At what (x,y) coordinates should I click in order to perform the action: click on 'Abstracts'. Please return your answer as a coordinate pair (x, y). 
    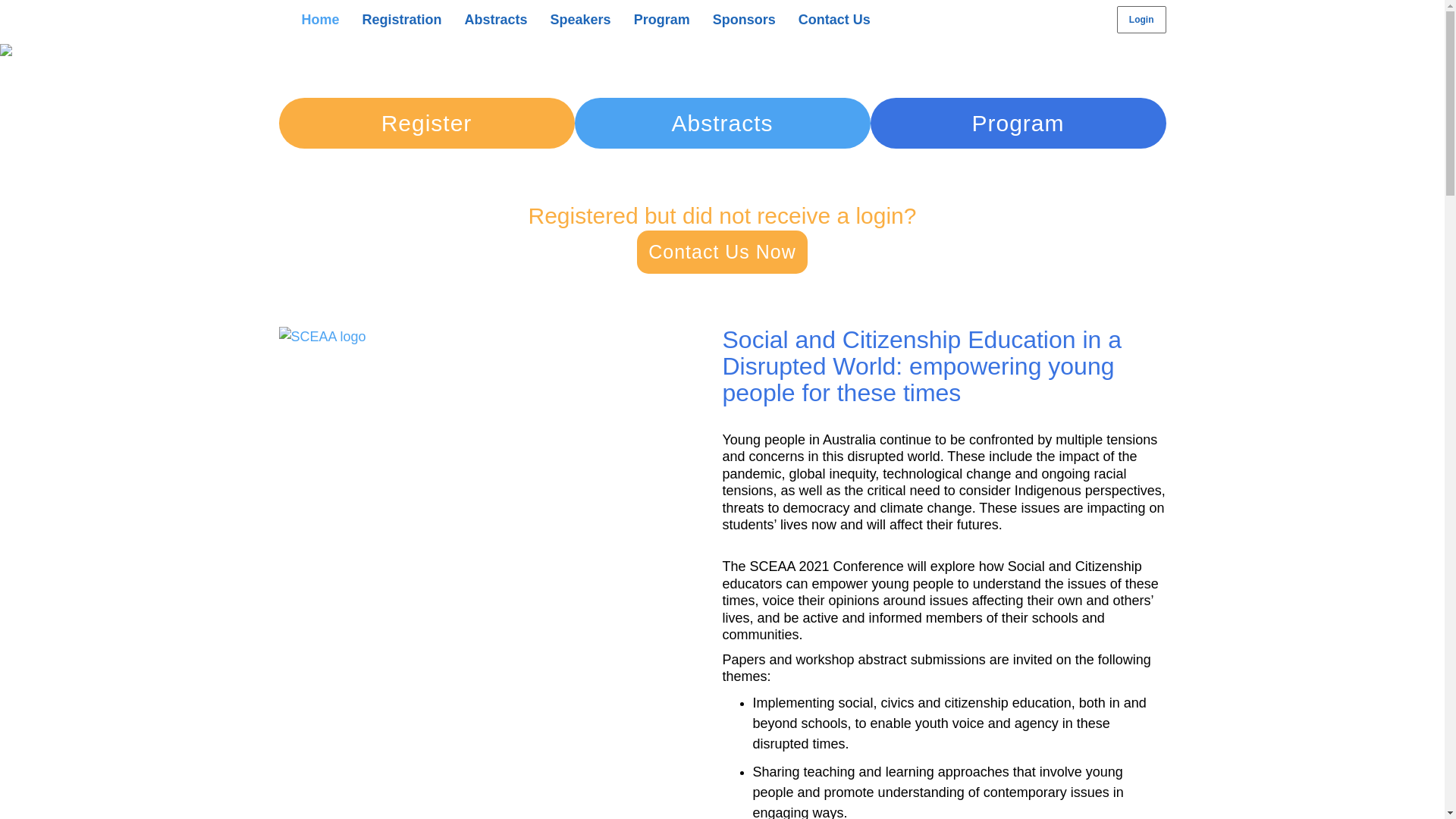
    Looking at the image, I should click on (496, 20).